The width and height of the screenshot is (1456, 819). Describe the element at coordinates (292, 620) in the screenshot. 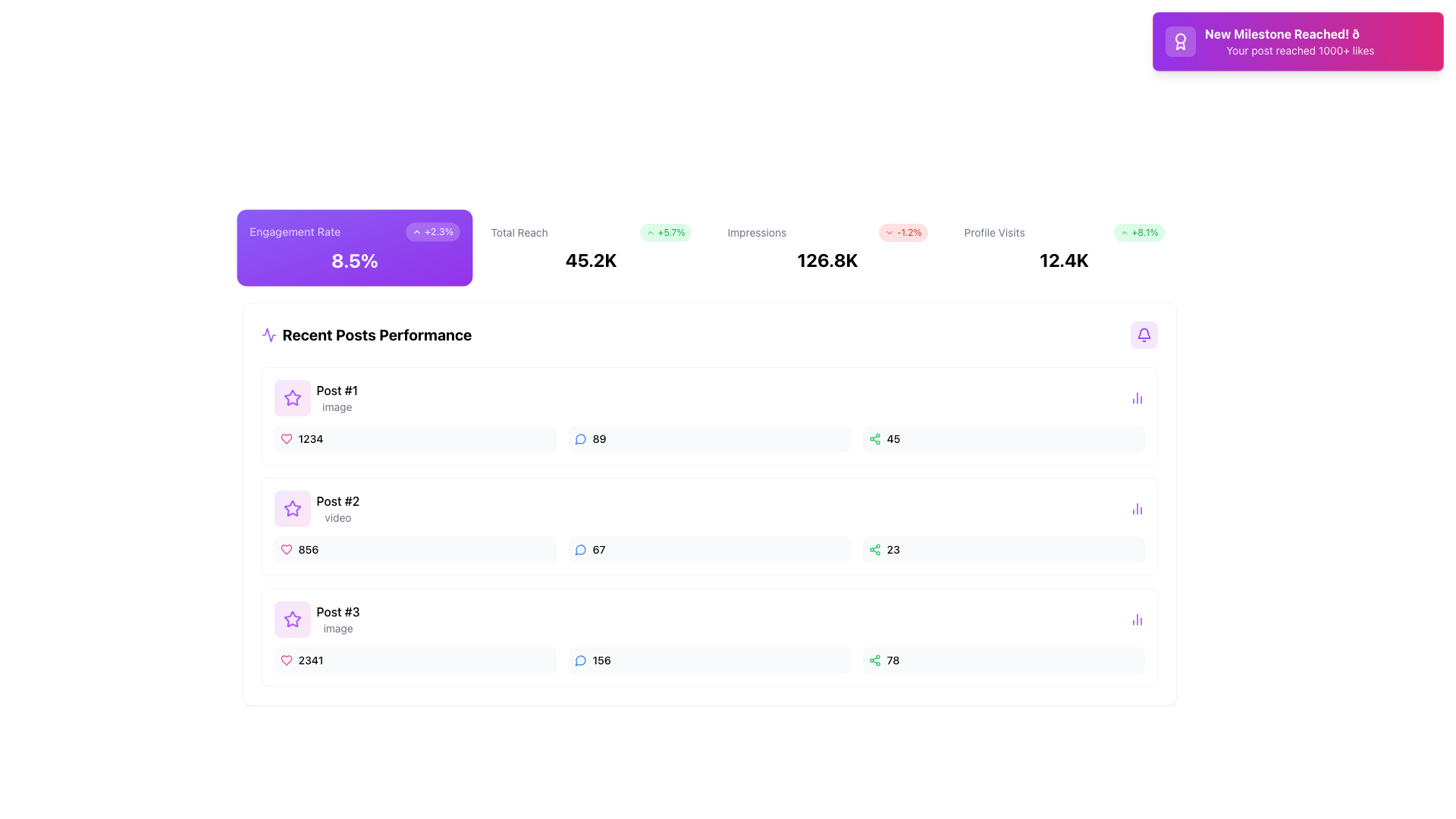

I see `the decorative icon in the 'Recent Posts Performance' section, which is located to the left of the text 'Post #3'` at that location.